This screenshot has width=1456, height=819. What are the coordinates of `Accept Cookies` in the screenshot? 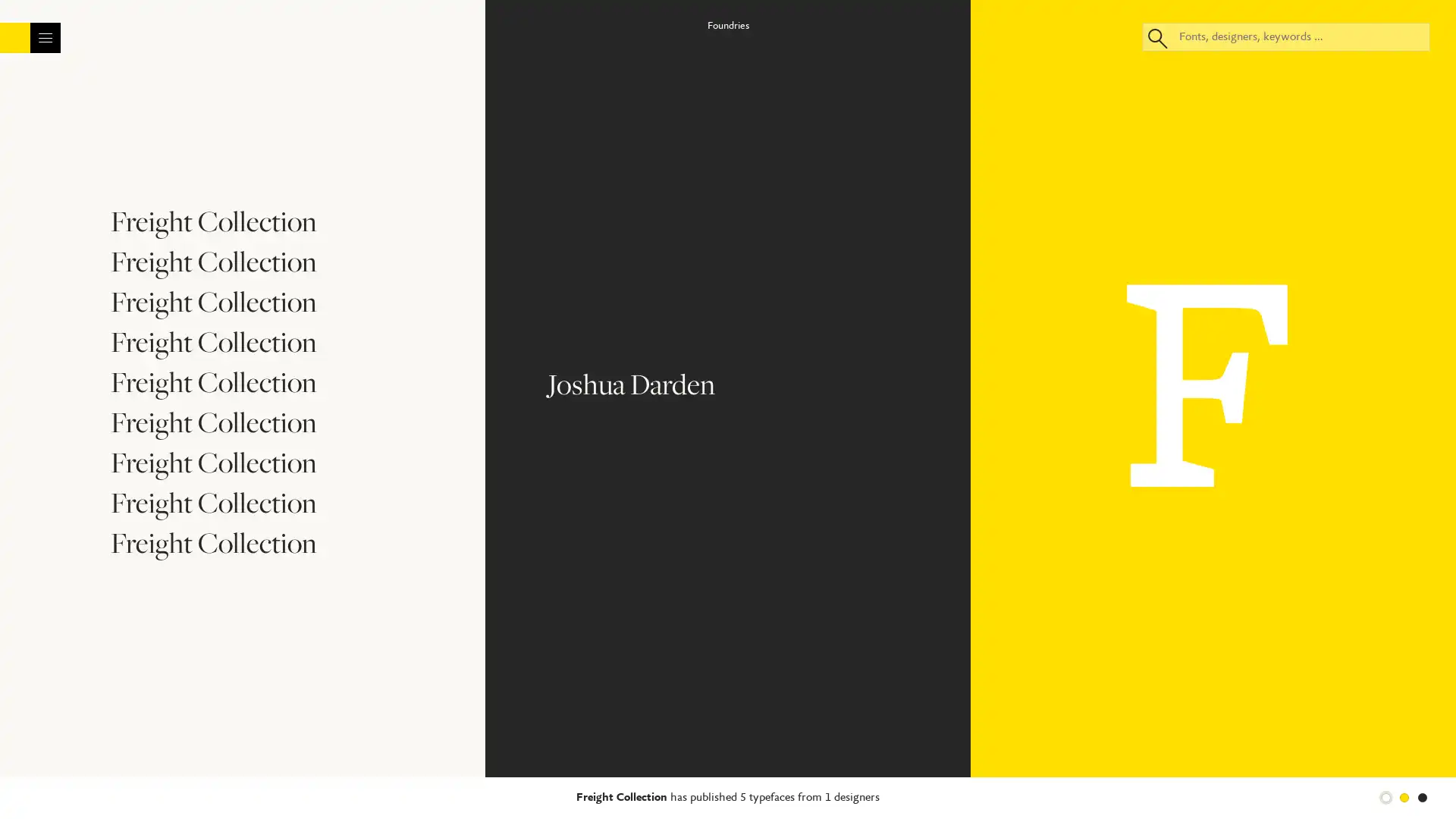 It's located at (1169, 786).